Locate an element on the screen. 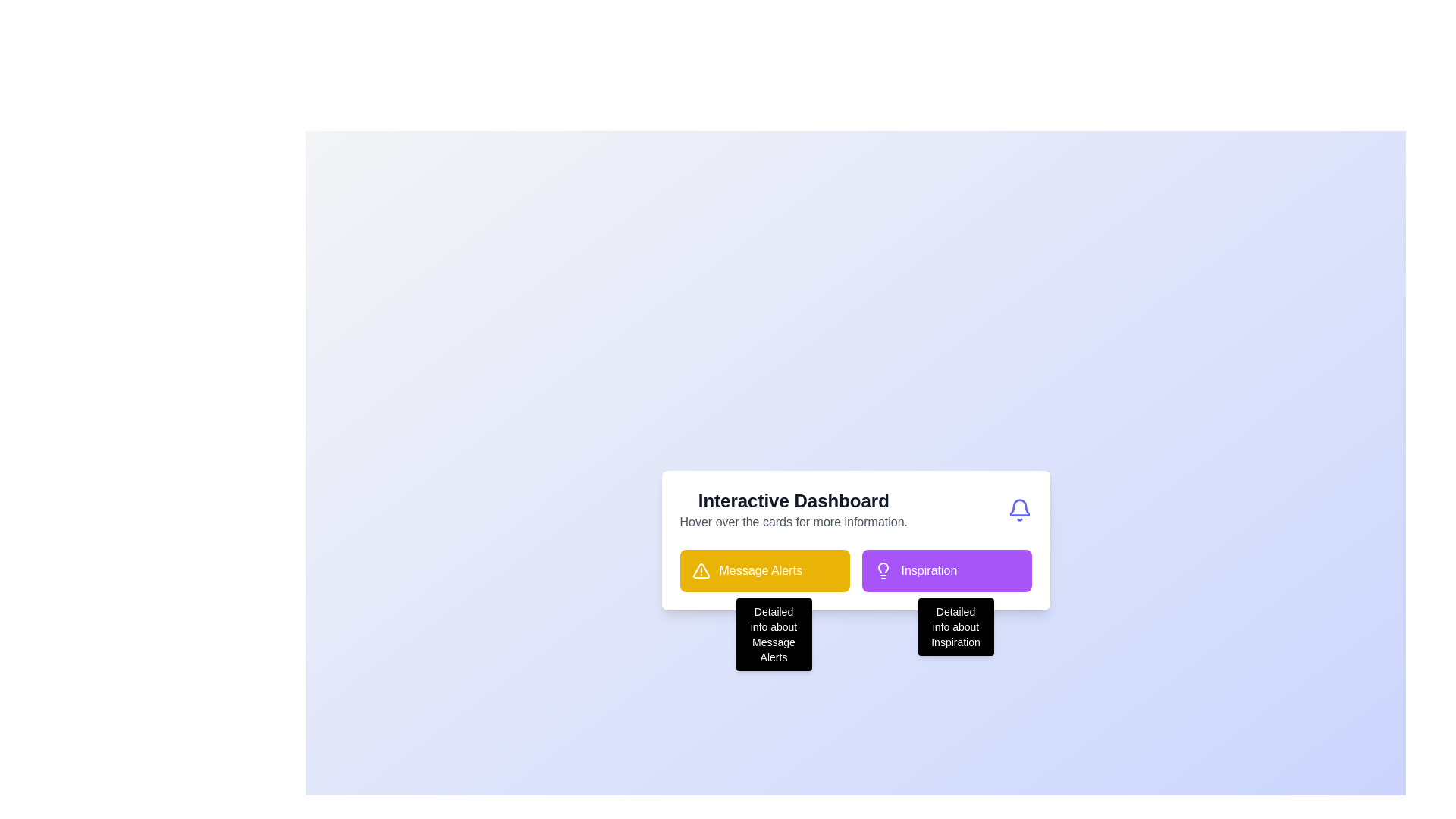  the grey-colored static text label reading 'Hover over the cards for more information.' which is located directly beneath the 'Interactive Dashboard' heading is located at coordinates (792, 522).